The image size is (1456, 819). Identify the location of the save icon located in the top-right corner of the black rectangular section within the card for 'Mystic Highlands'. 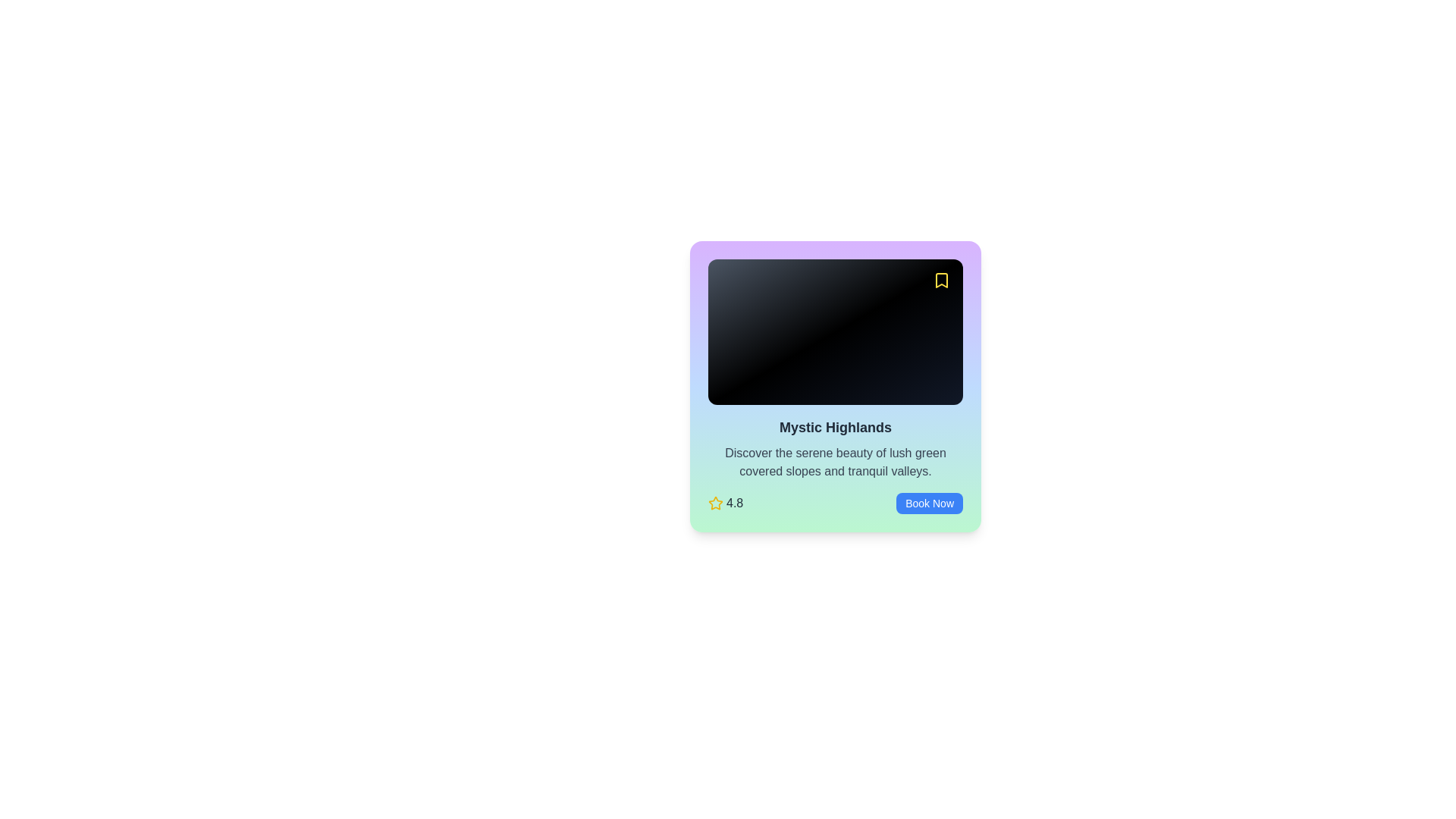
(941, 281).